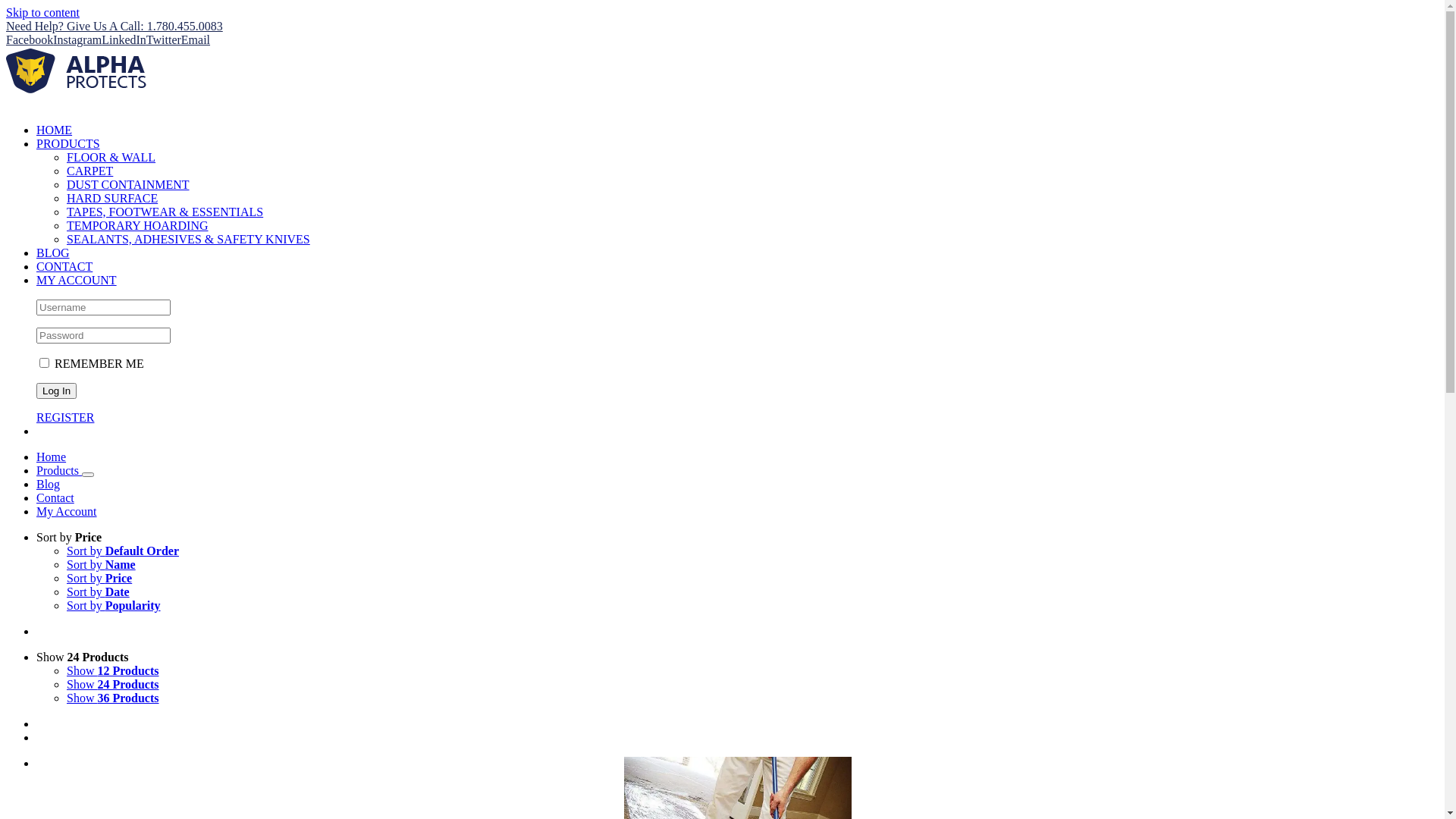  Describe the element at coordinates (127, 184) in the screenshot. I see `'DUST CONTAINMENT'` at that location.